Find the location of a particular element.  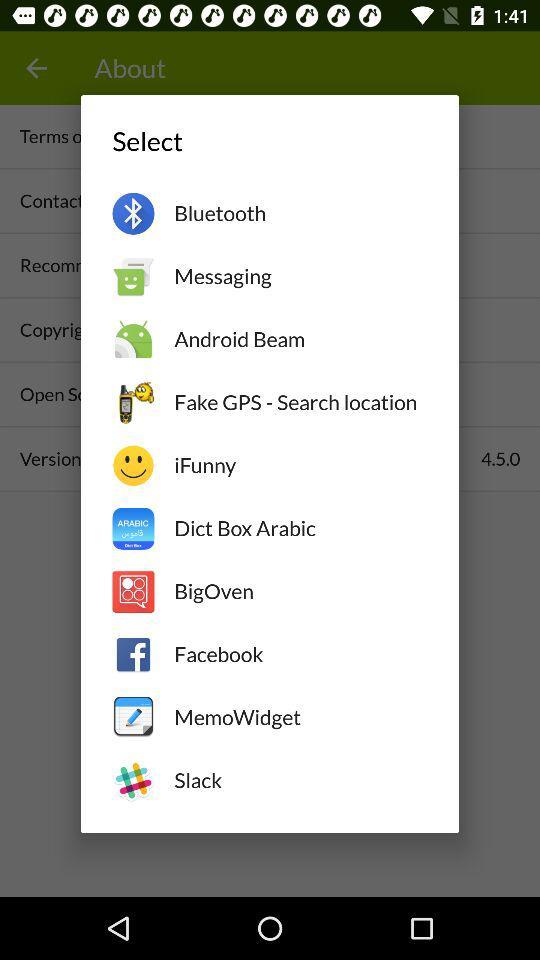

item above the bigoven item is located at coordinates (299, 527).